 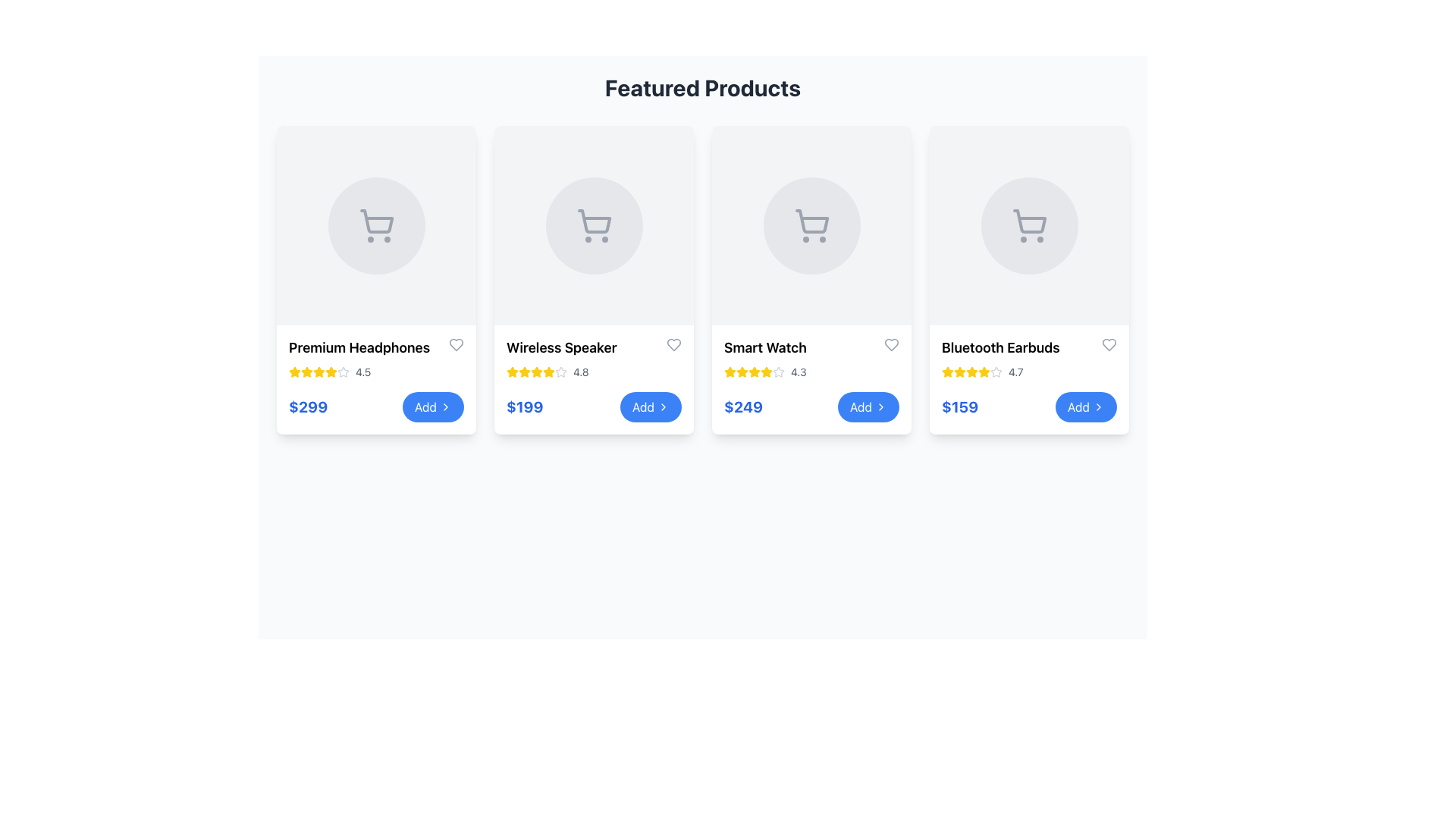 I want to click on the fourth star-shaped icon with a yellow fill and black outline in the rating section of the 'Bluetooth Earbuds' product card to signify a specific star rating, so click(x=946, y=372).